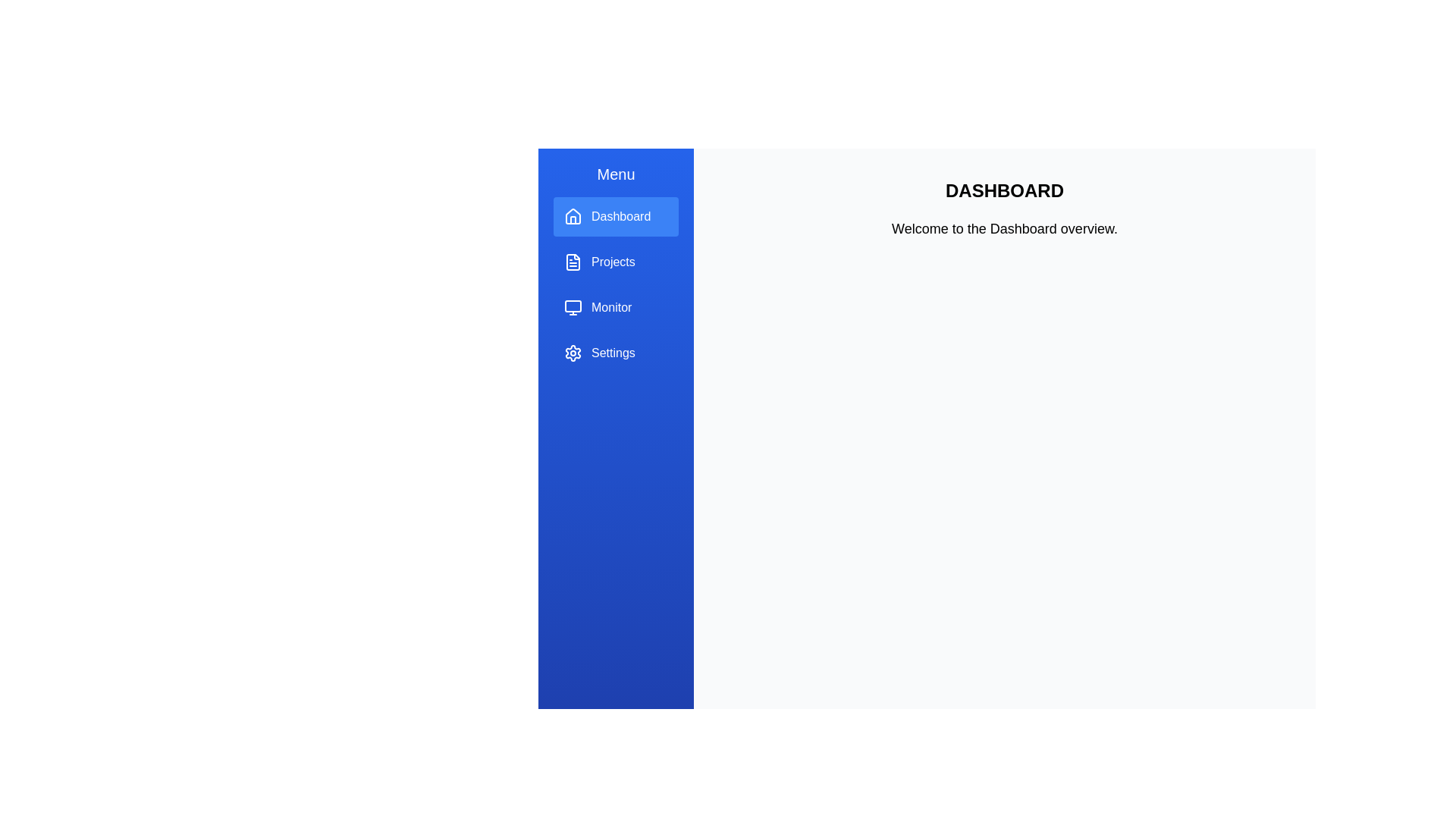  Describe the element at coordinates (616, 353) in the screenshot. I see `the fourth menu item in the vertical list on the left side of the interface` at that location.